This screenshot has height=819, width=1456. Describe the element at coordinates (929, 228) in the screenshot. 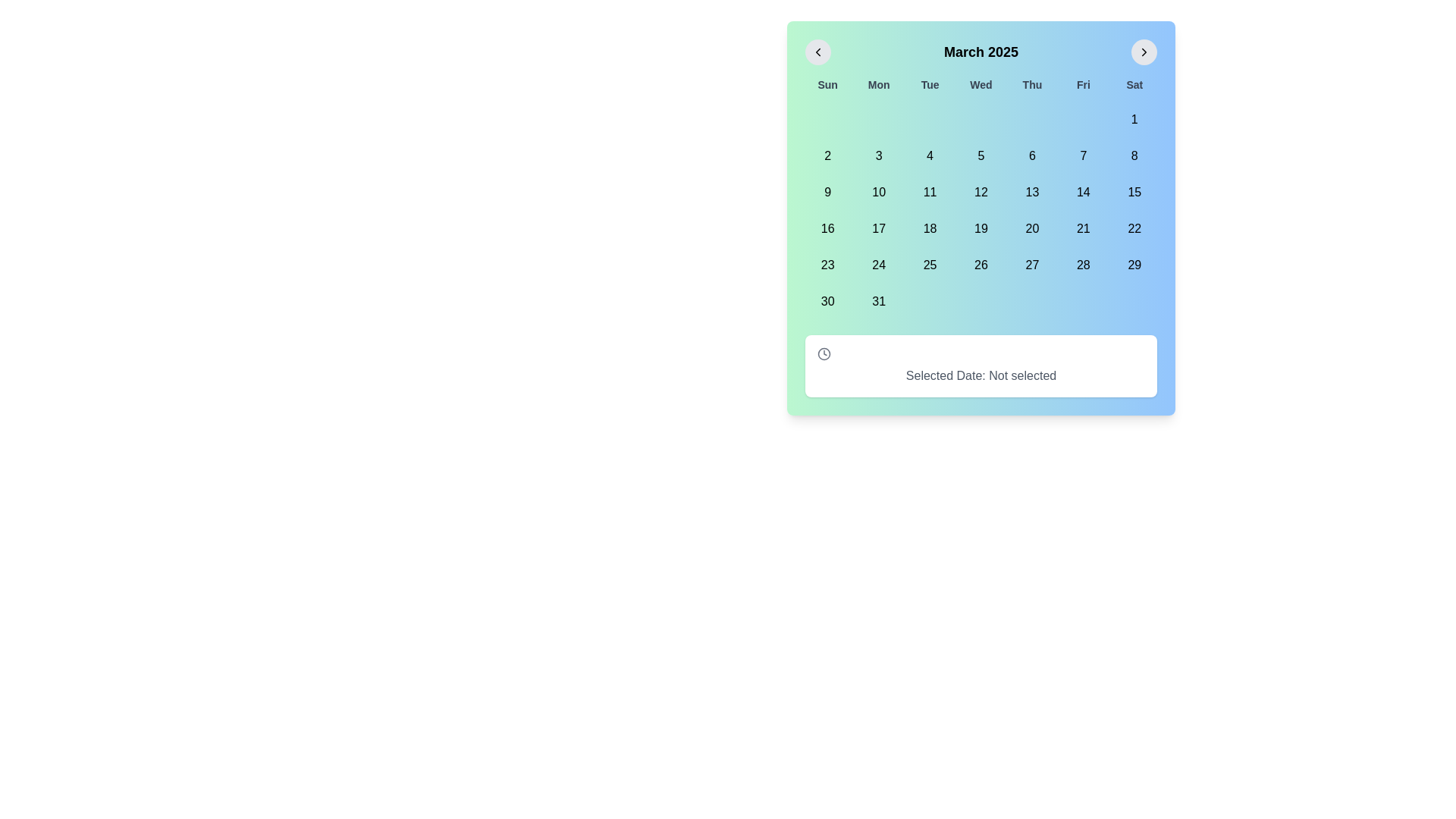

I see `the button displaying the number '18' in bold black text, located in the fourth row and third column of the calendar grid` at that location.